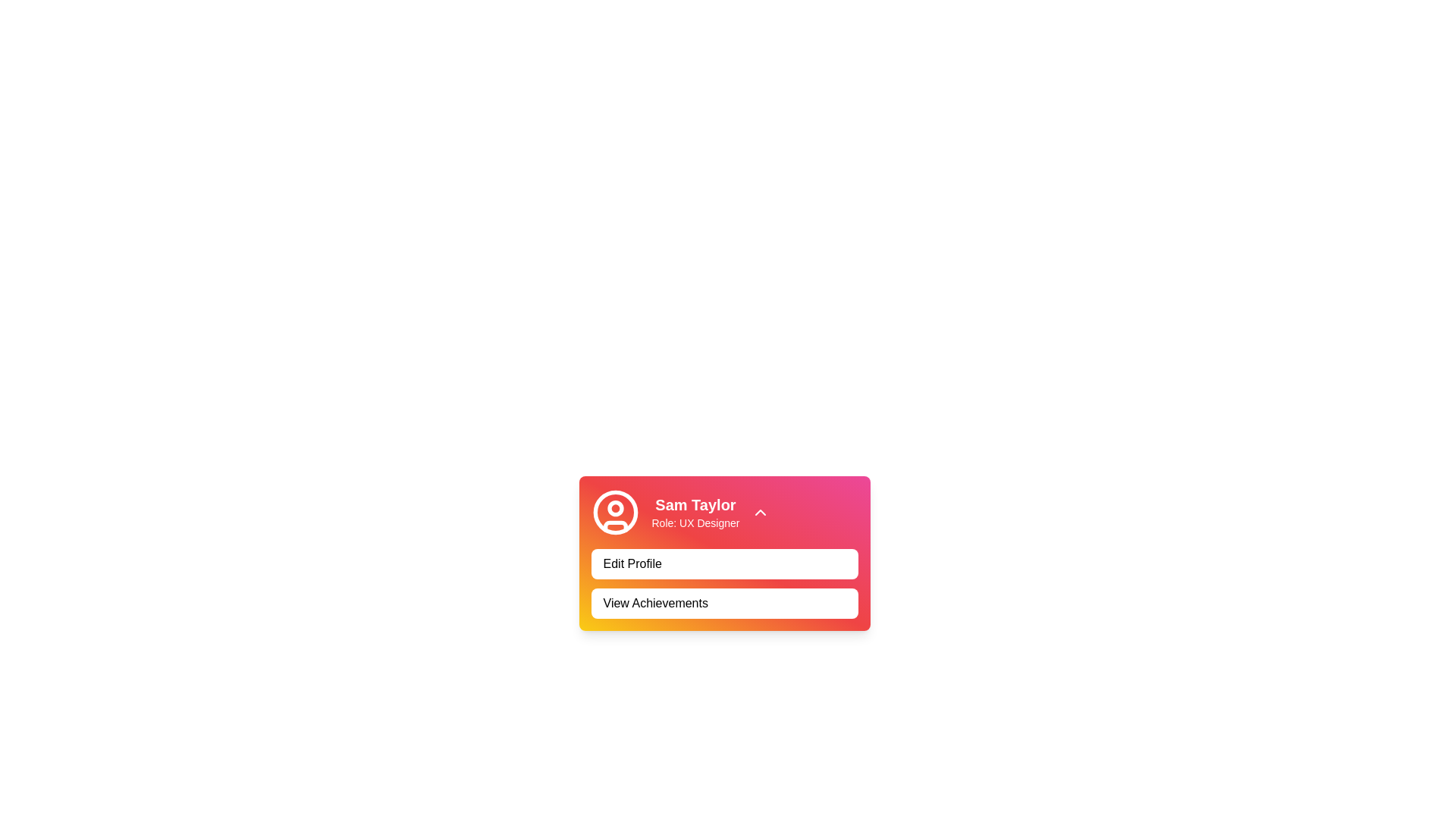  What do you see at coordinates (615, 512) in the screenshot?
I see `the central circular component of the user profile icon, which is located to the left of the username 'Sam Taylor' and role 'UX Designer'` at bounding box center [615, 512].